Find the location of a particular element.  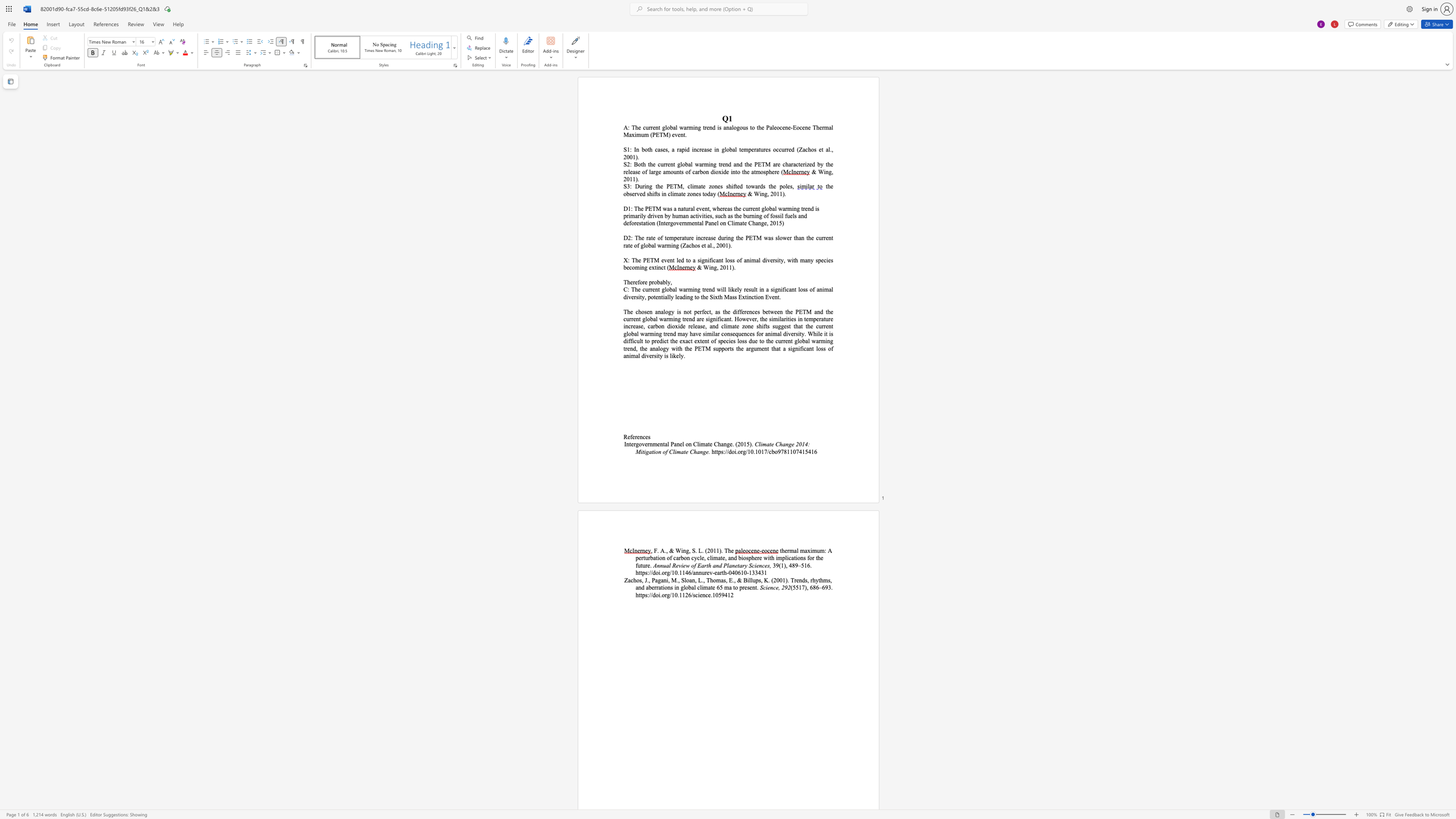

the subset text "netary S" within the text "Annual Review of Earth and Planetary Sciences," is located at coordinates (732, 565).